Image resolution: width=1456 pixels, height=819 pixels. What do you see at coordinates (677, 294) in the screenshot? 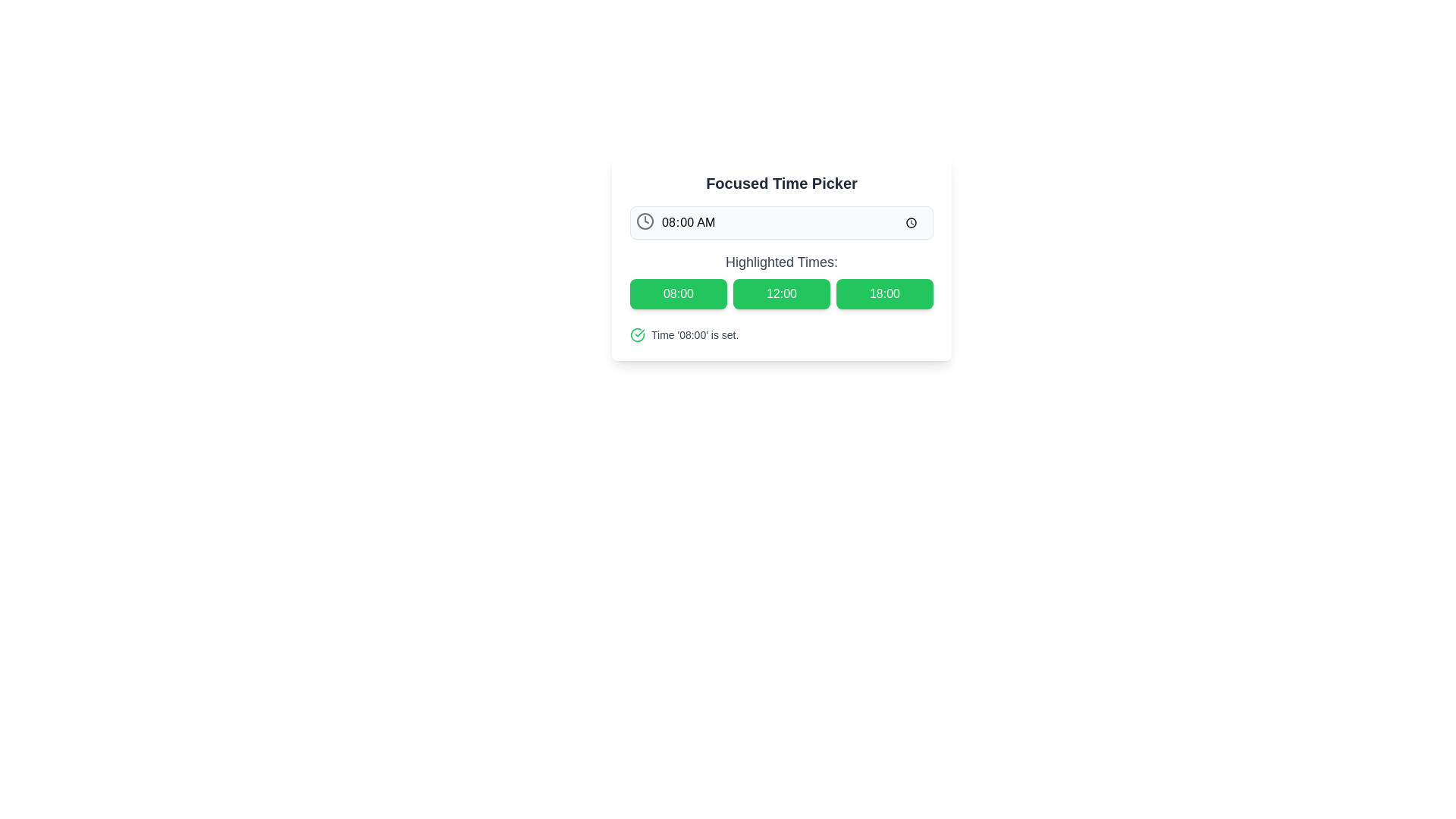
I see `the bright green button labeled '08:00', which is the leftmost button in a row of three` at bounding box center [677, 294].